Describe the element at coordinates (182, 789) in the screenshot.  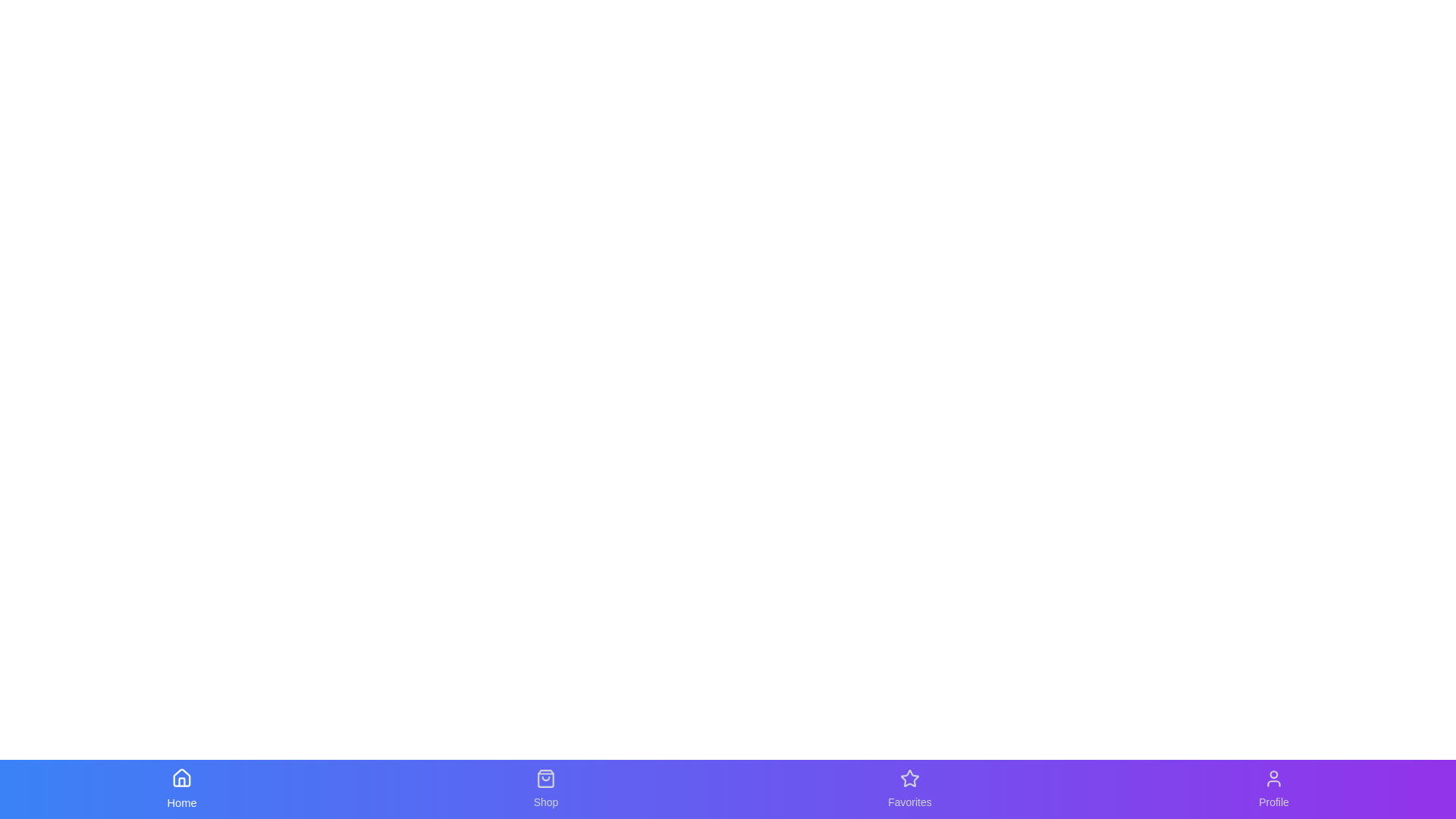
I see `the tab labeled Home to navigate to its associated page` at that location.